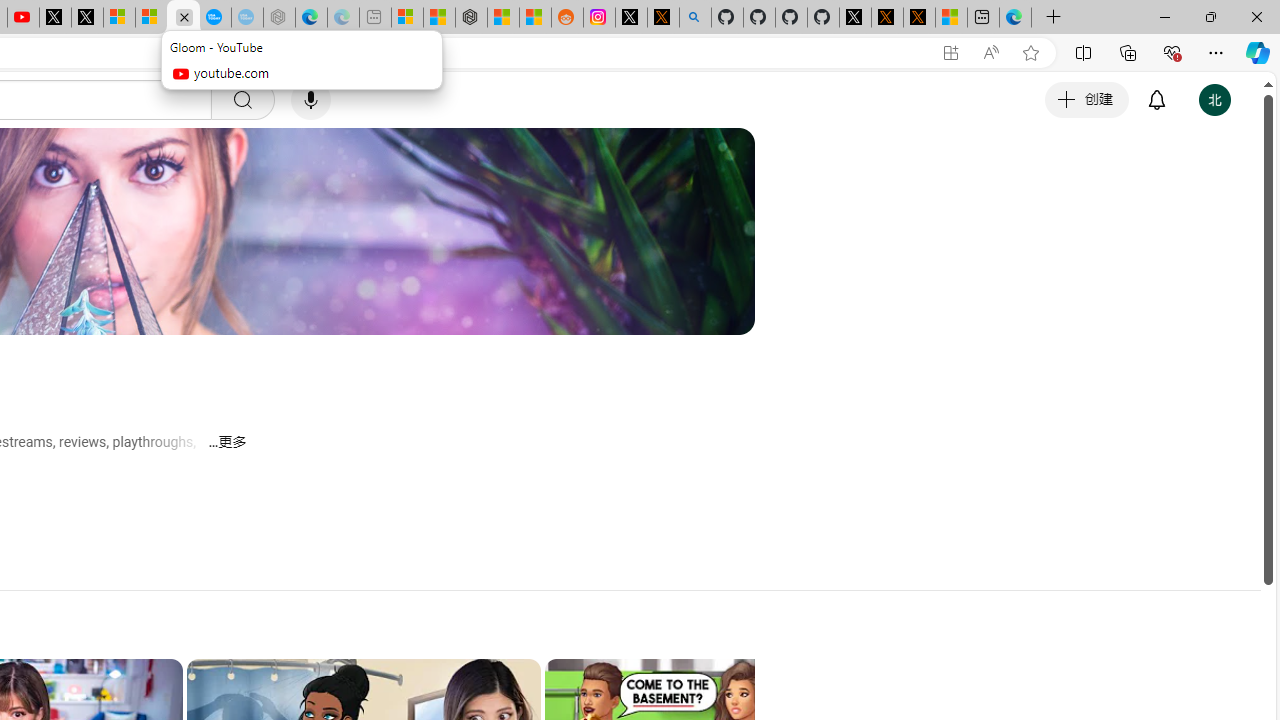 The height and width of the screenshot is (720, 1280). What do you see at coordinates (375, 17) in the screenshot?
I see `'New tab - Sleeping'` at bounding box center [375, 17].